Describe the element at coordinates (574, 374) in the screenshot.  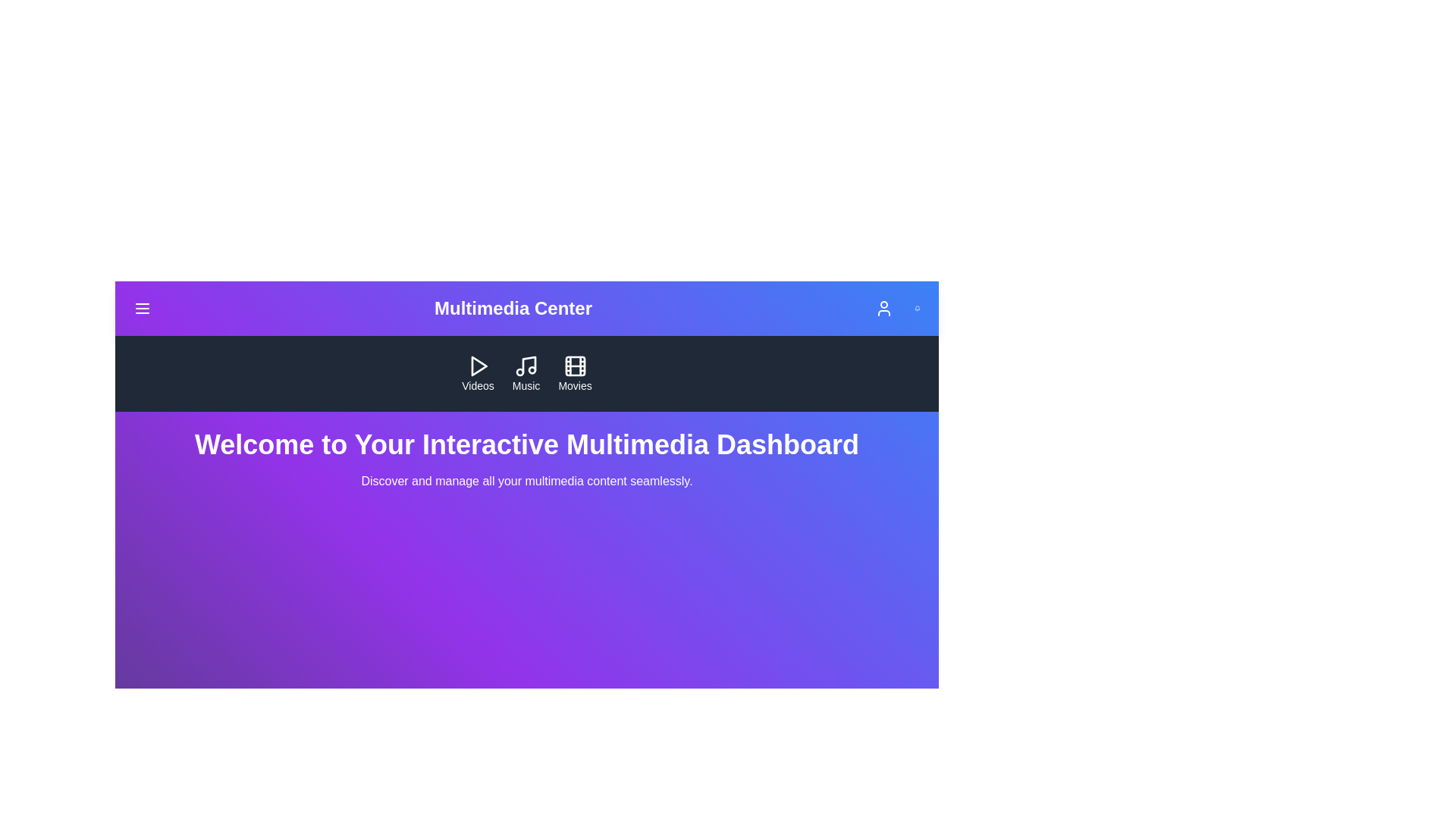
I see `the Movies button to navigate to the Movies section` at that location.